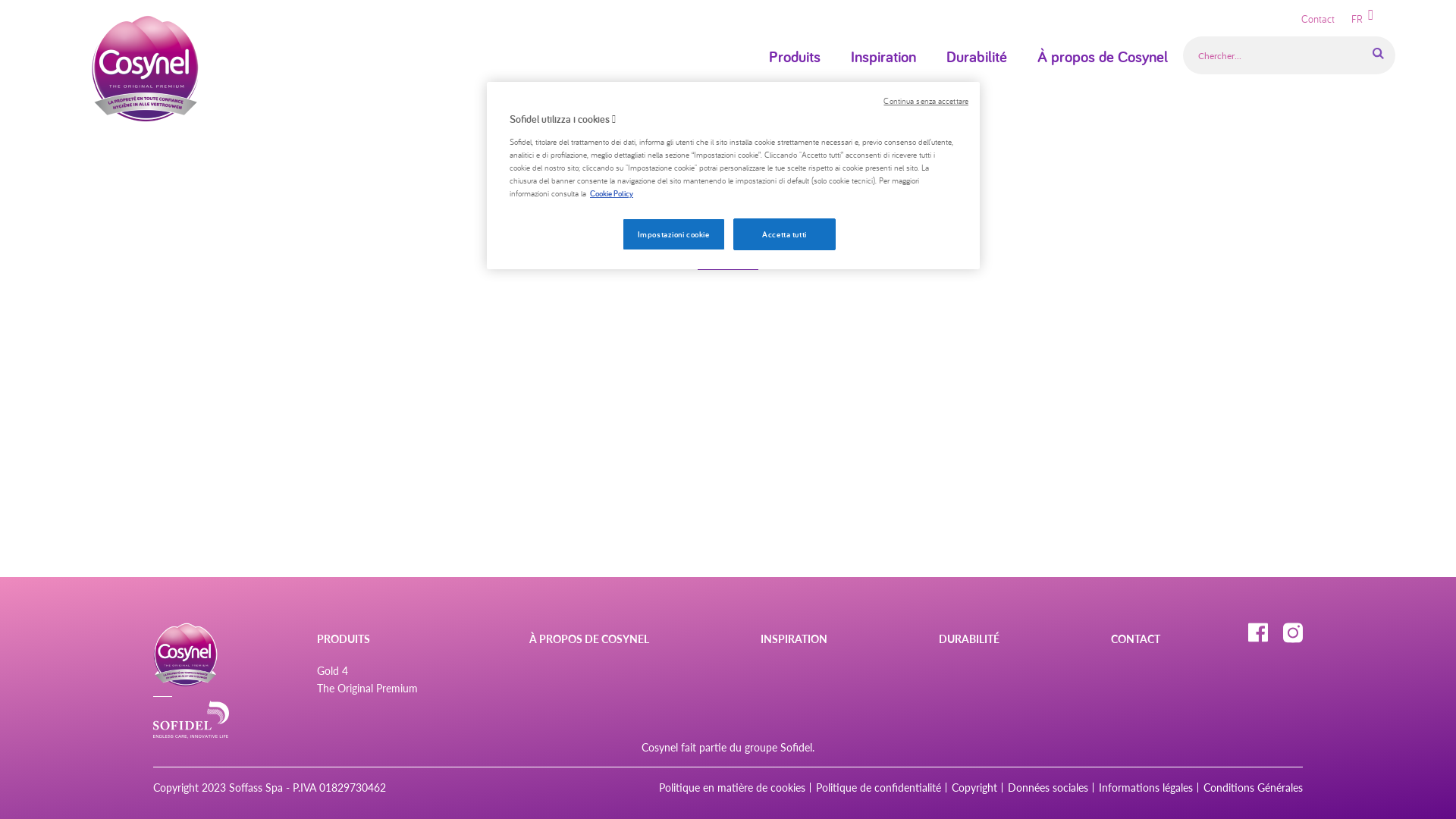  What do you see at coordinates (761, 639) in the screenshot?
I see `'INSPIRATION'` at bounding box center [761, 639].